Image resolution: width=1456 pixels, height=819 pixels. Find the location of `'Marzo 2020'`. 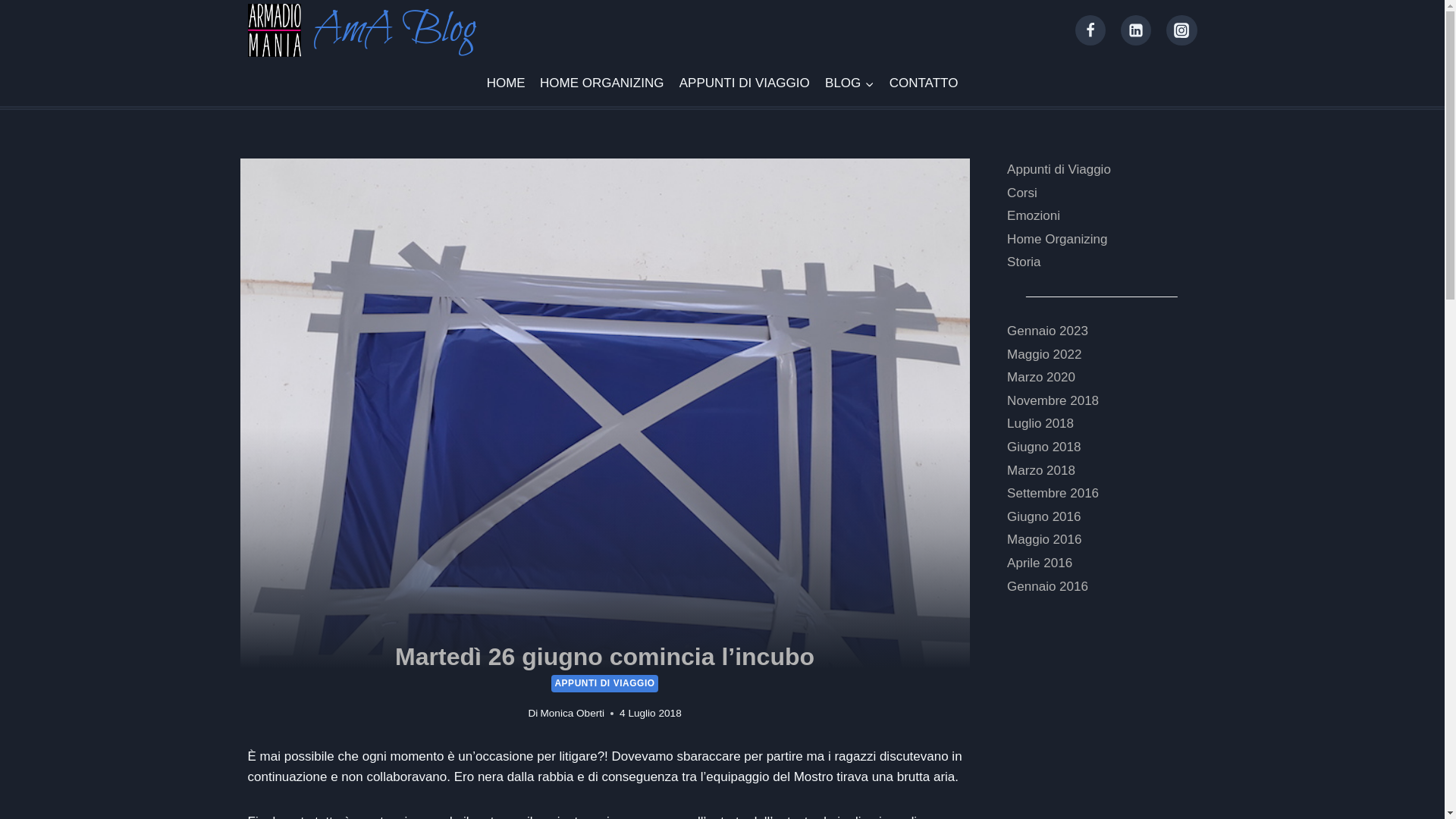

'Marzo 2020' is located at coordinates (1040, 376).